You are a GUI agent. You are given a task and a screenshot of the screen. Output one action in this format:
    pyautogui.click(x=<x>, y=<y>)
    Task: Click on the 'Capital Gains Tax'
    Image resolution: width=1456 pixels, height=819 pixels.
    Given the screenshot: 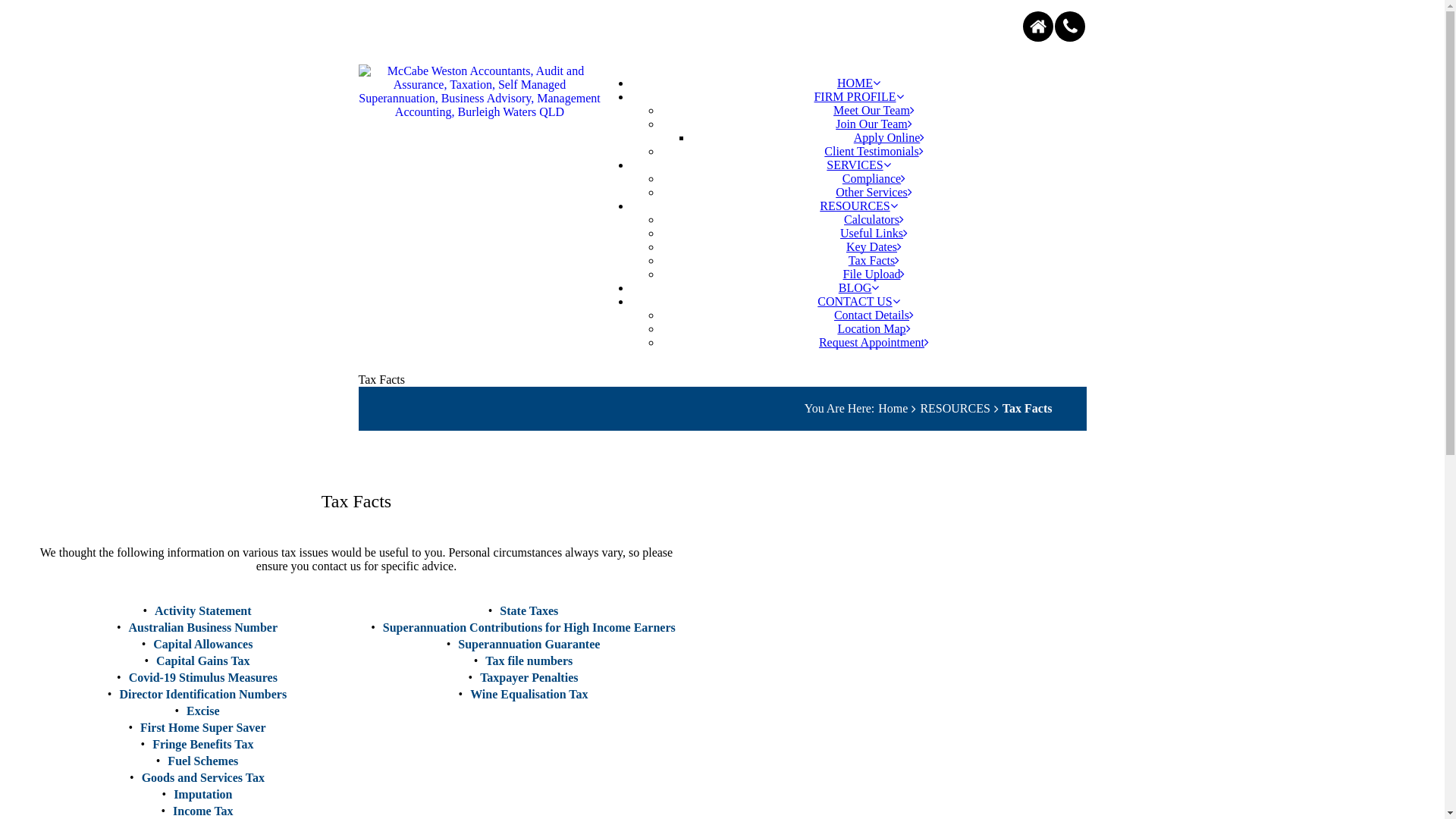 What is the action you would take?
    pyautogui.click(x=202, y=660)
    